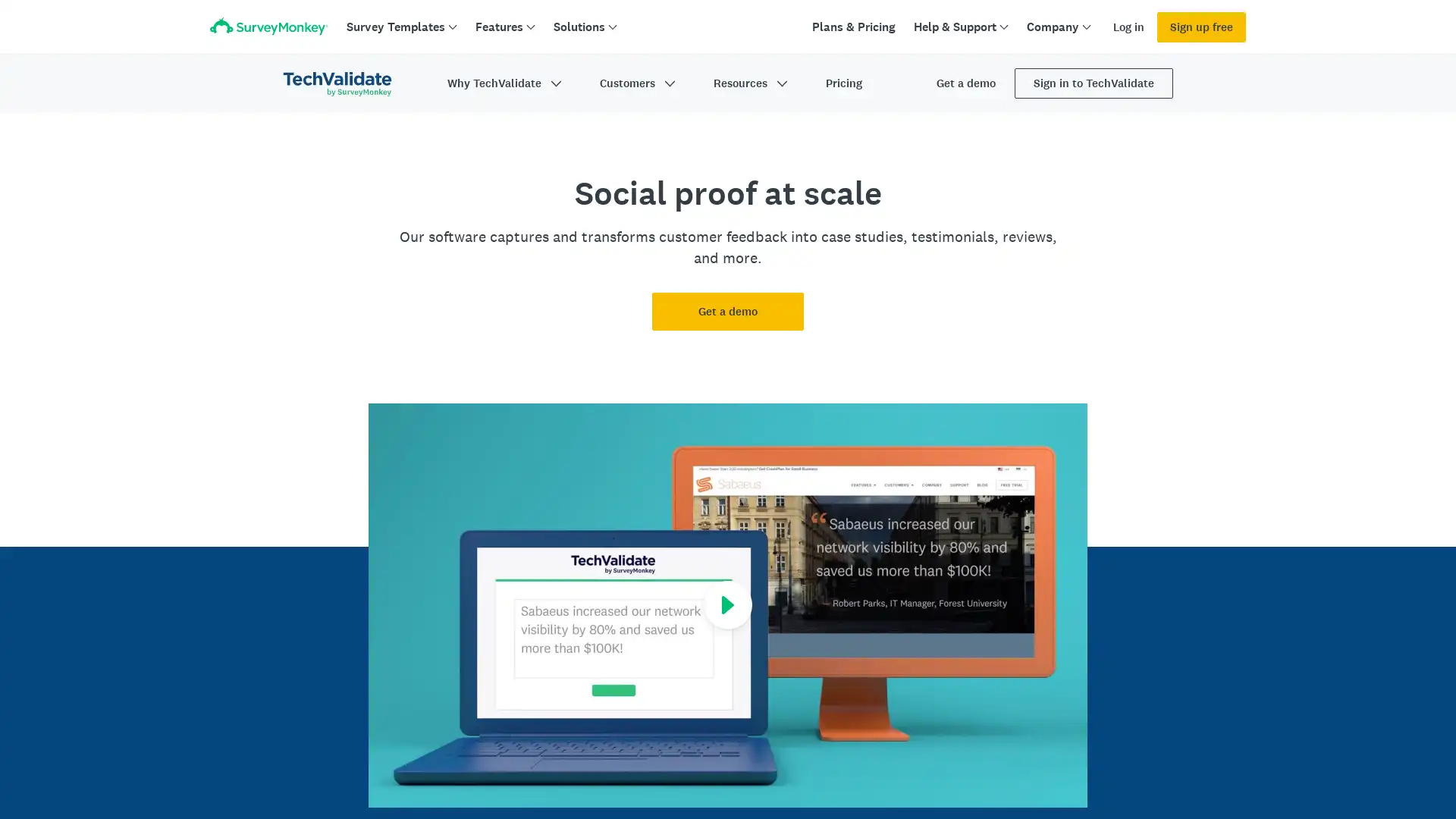 This screenshot has height=819, width=1456. Describe the element at coordinates (1174, 765) in the screenshot. I see `Accept all cookies` at that location.